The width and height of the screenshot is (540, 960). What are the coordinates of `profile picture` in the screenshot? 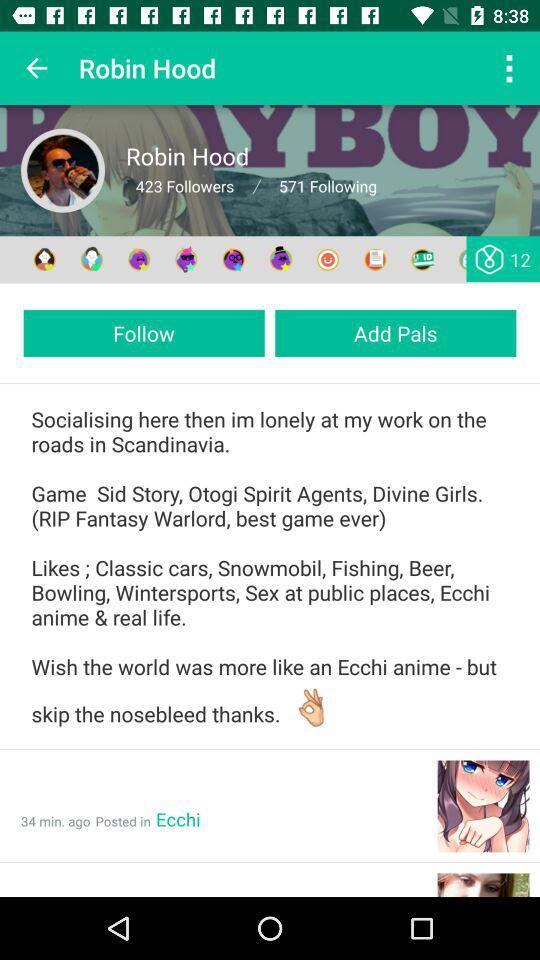 It's located at (63, 169).